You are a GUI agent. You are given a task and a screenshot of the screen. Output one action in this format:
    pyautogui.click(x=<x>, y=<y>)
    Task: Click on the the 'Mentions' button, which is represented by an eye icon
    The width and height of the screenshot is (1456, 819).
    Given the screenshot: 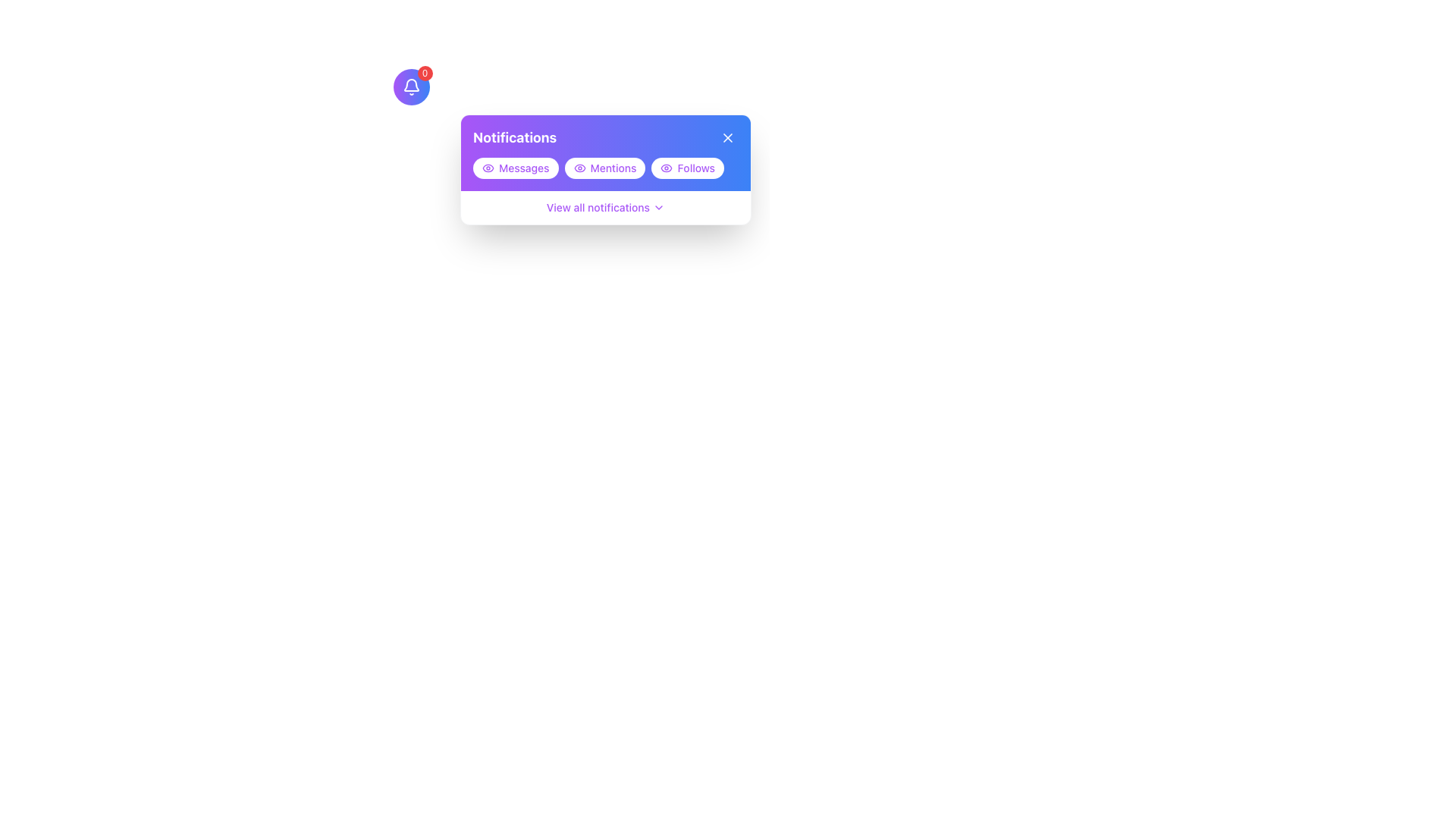 What is the action you would take?
    pyautogui.click(x=579, y=168)
    